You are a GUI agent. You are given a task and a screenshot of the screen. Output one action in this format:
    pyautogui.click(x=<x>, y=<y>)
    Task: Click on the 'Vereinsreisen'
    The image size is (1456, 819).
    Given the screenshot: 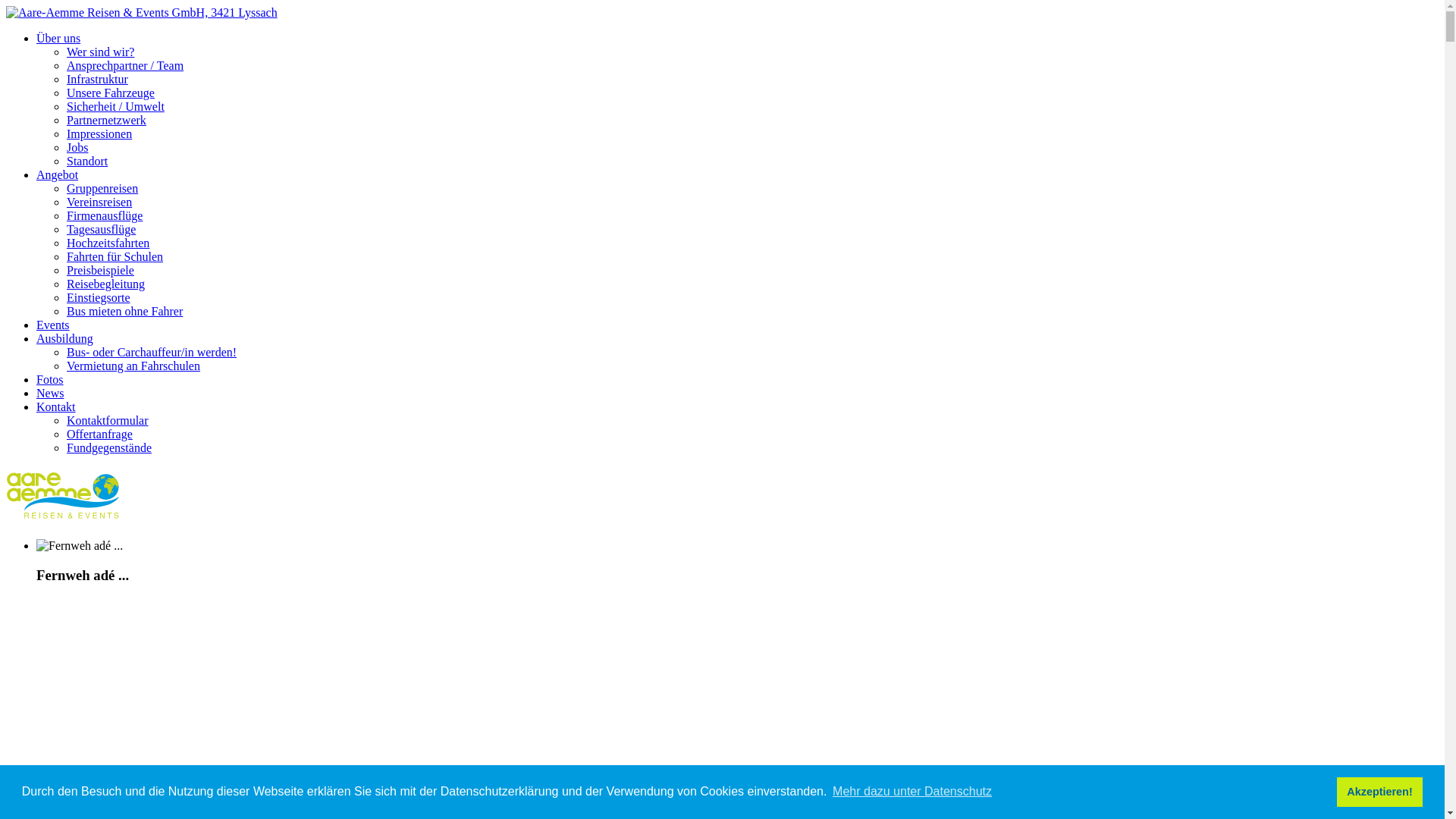 What is the action you would take?
    pyautogui.click(x=98, y=201)
    